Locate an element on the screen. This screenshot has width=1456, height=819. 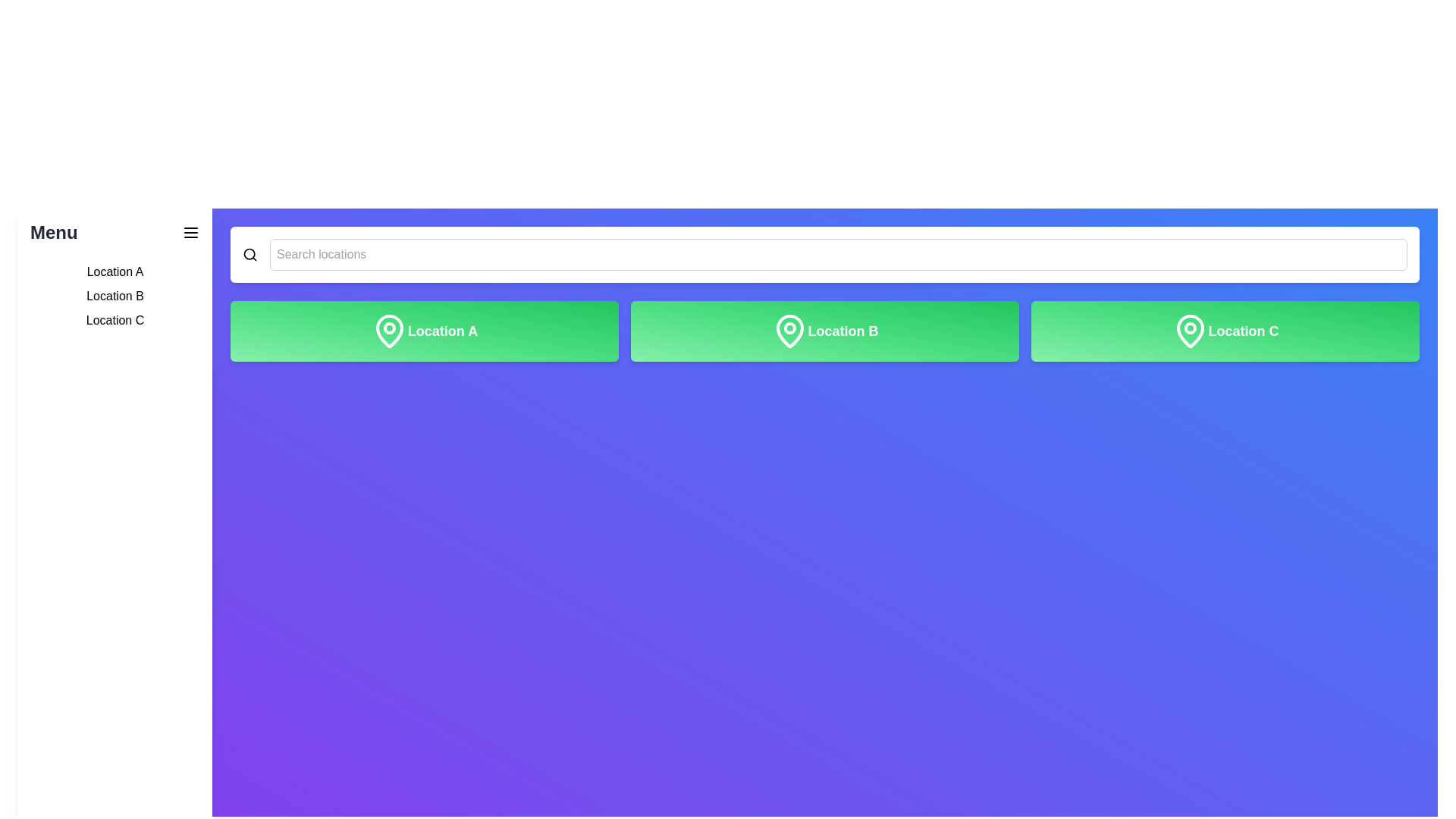
the location marker icon that visually represents 'Location B', which is centrally placed in the interface immediately preceding the text 'Location B' is located at coordinates (789, 330).